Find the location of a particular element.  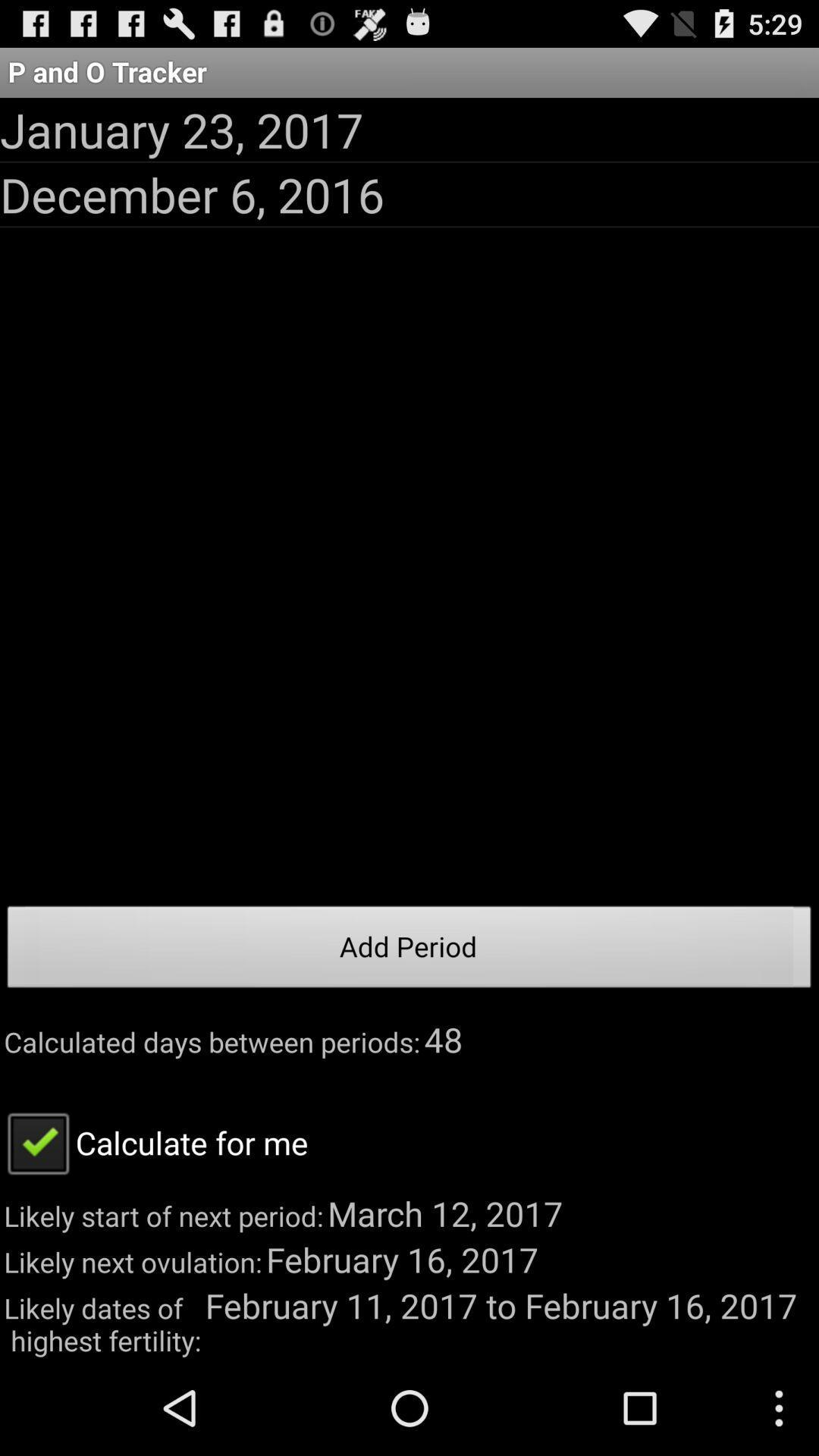

the december 6, 2016 icon is located at coordinates (191, 193).